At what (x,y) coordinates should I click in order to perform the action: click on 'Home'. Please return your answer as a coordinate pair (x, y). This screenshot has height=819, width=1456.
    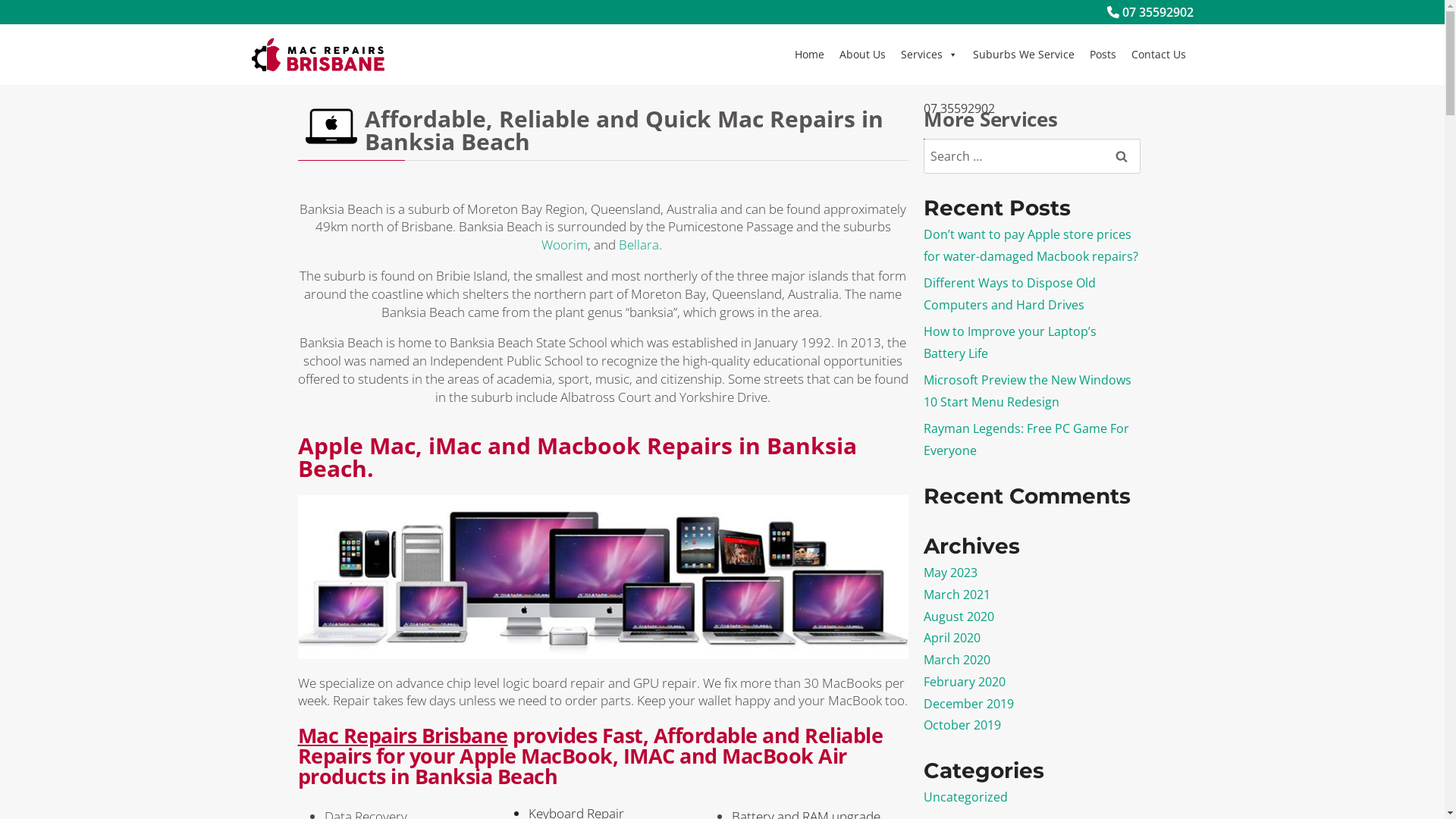
    Looking at the image, I should click on (808, 54).